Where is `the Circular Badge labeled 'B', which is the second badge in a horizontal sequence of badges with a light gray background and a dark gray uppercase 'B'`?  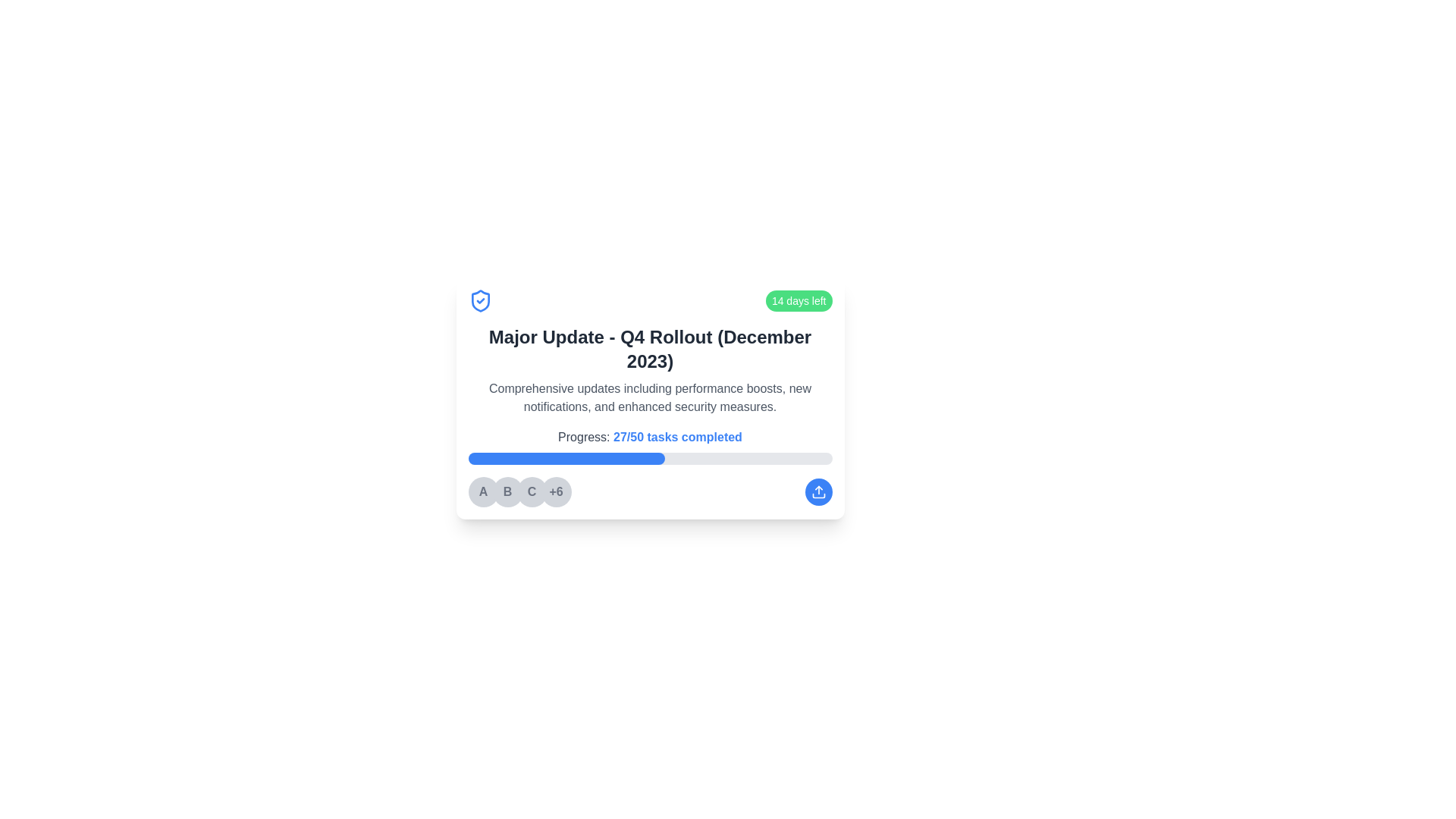
the Circular Badge labeled 'B', which is the second badge in a horizontal sequence of badges with a light gray background and a dark gray uppercase 'B' is located at coordinates (507, 491).